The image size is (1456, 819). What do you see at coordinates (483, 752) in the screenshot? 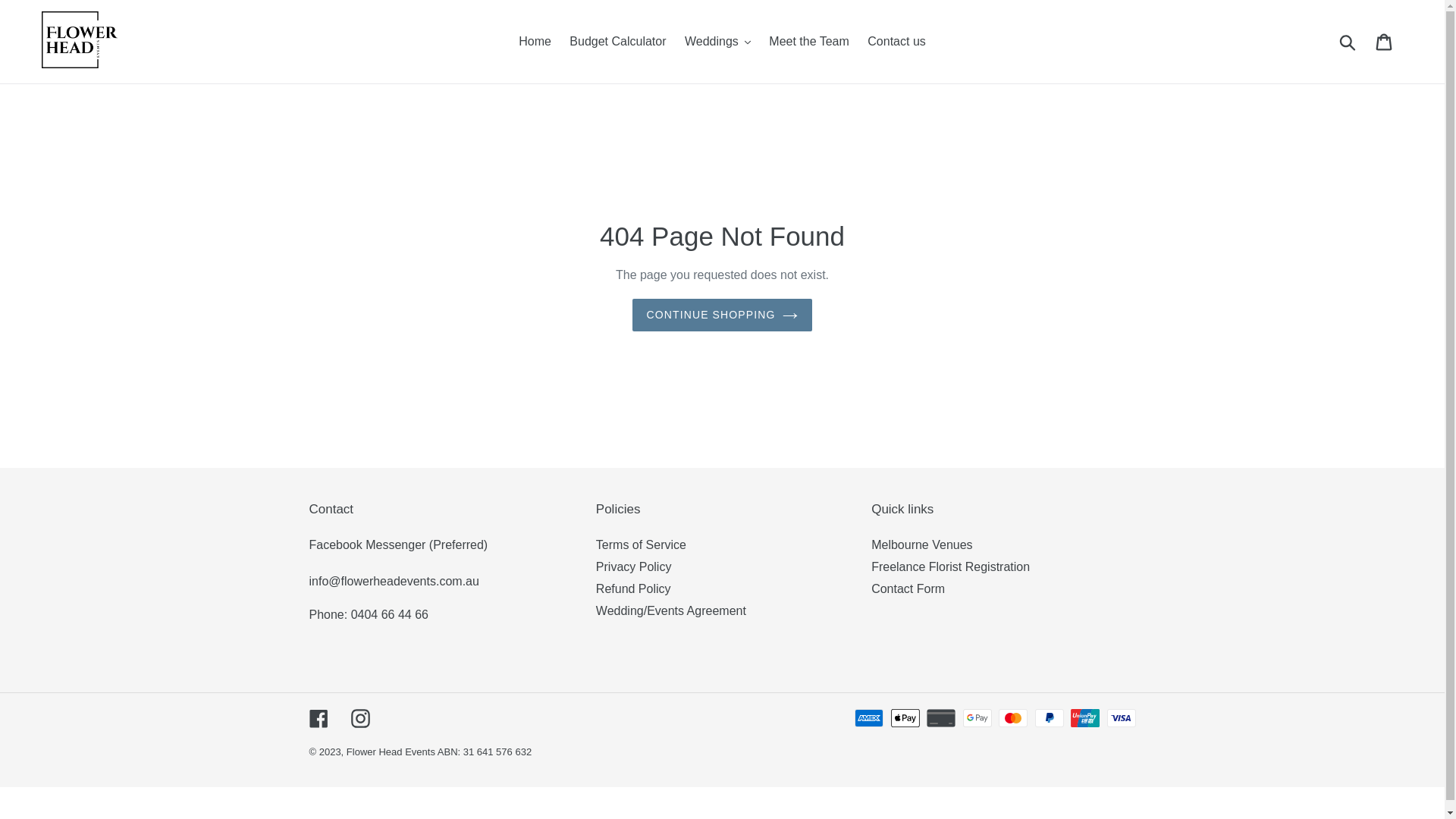
I see `'ABN: 31 641 576 632'` at bounding box center [483, 752].